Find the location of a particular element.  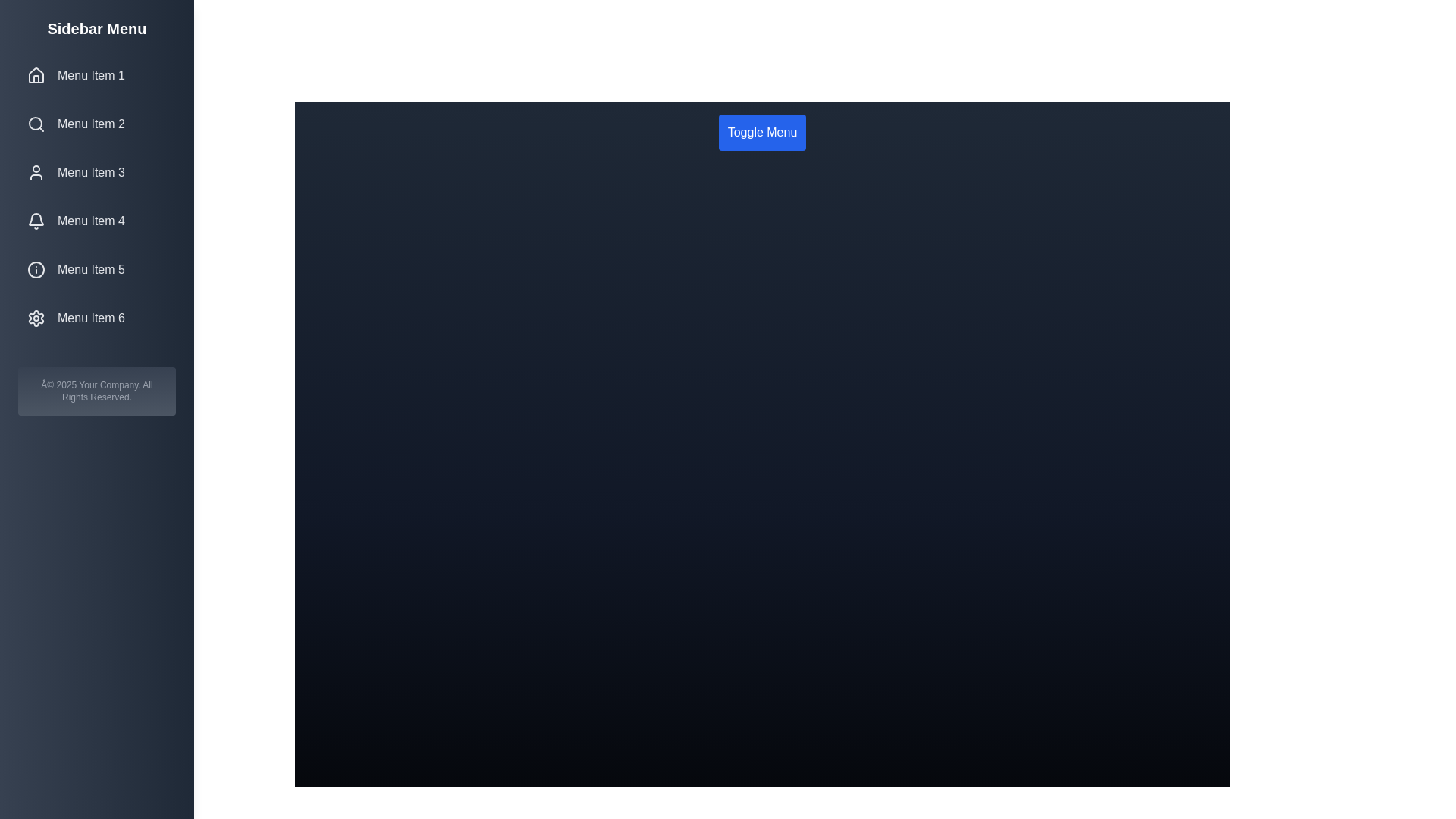

'Toggle Menu' button to toggle the sidebar menu visibility is located at coordinates (762, 131).